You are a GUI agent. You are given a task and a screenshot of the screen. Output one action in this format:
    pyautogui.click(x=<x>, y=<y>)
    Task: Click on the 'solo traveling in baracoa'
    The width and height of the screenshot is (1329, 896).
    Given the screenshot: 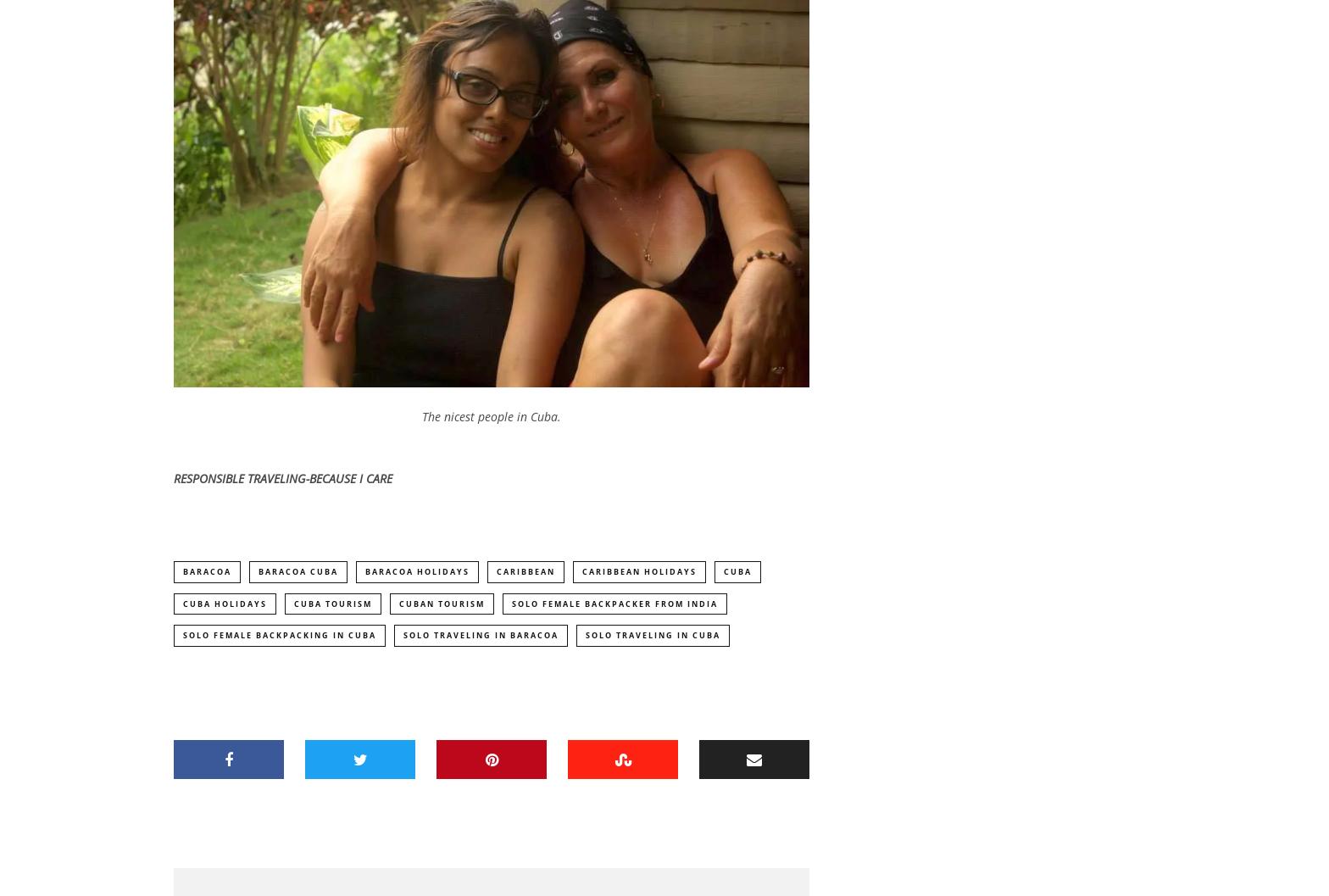 What is the action you would take?
    pyautogui.click(x=481, y=638)
    